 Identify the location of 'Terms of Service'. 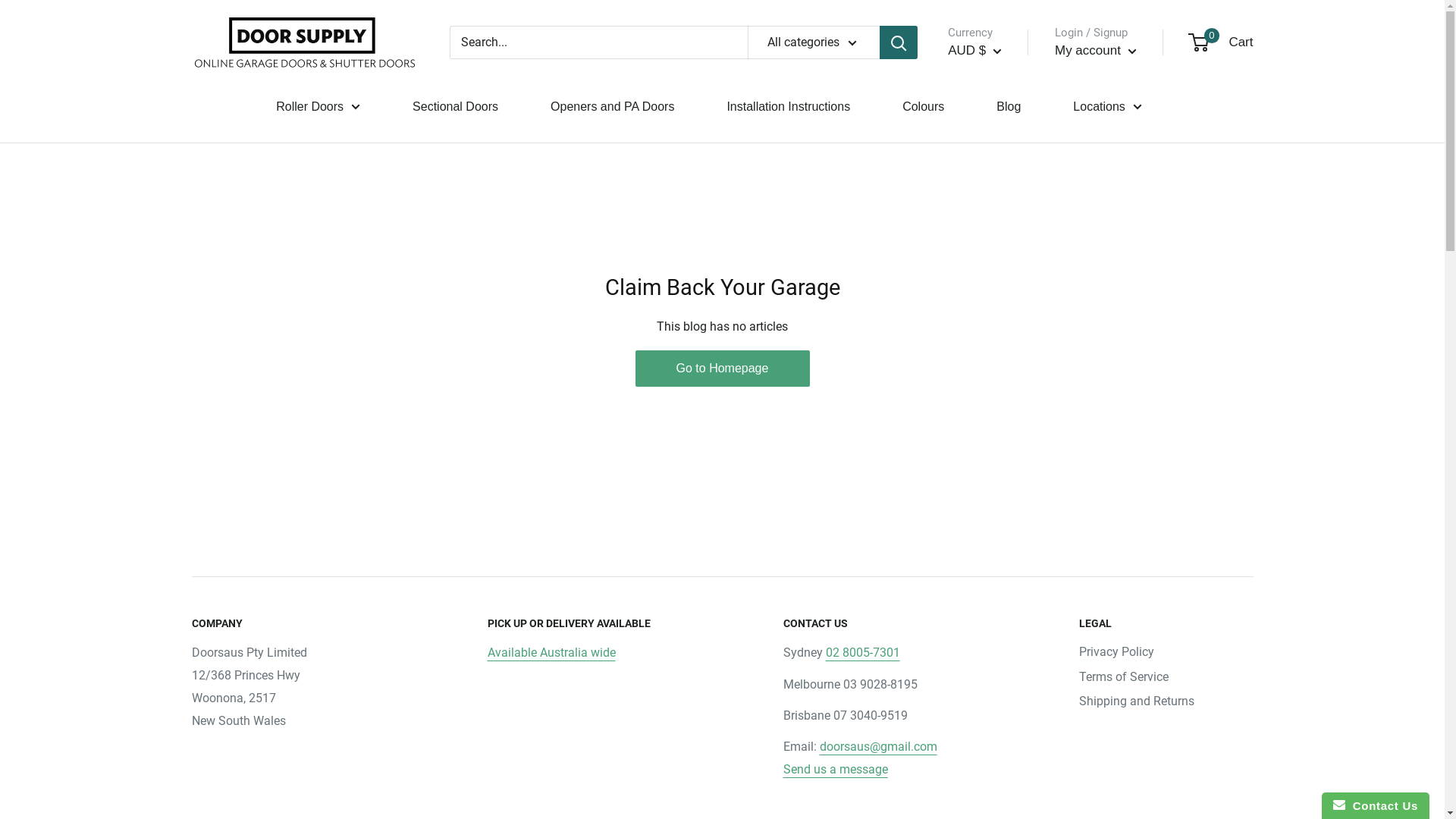
(1164, 676).